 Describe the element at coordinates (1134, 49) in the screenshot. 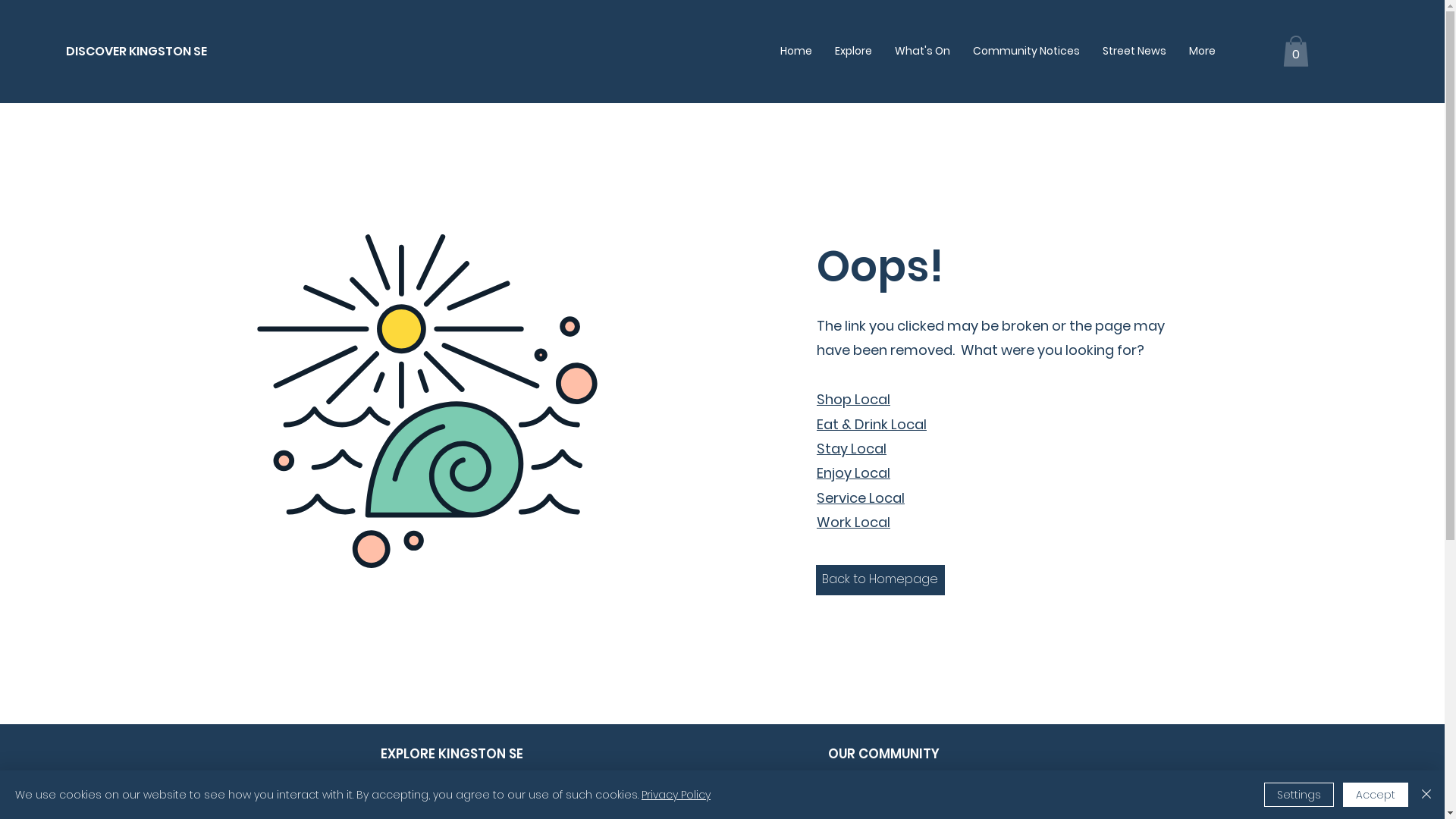

I see `'Street News'` at that location.